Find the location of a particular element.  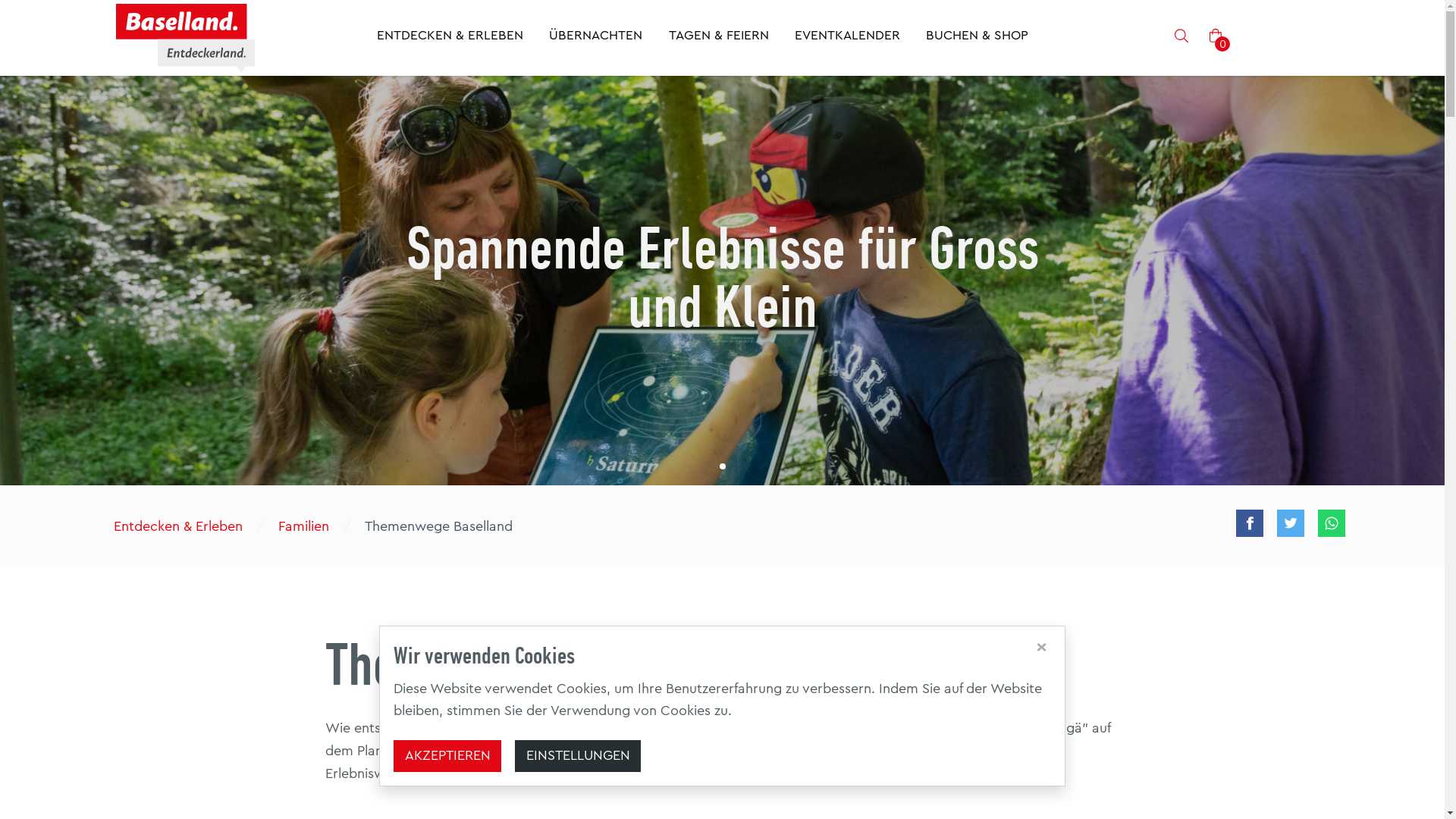

'BUCHEN & SHOP' is located at coordinates (924, 37).